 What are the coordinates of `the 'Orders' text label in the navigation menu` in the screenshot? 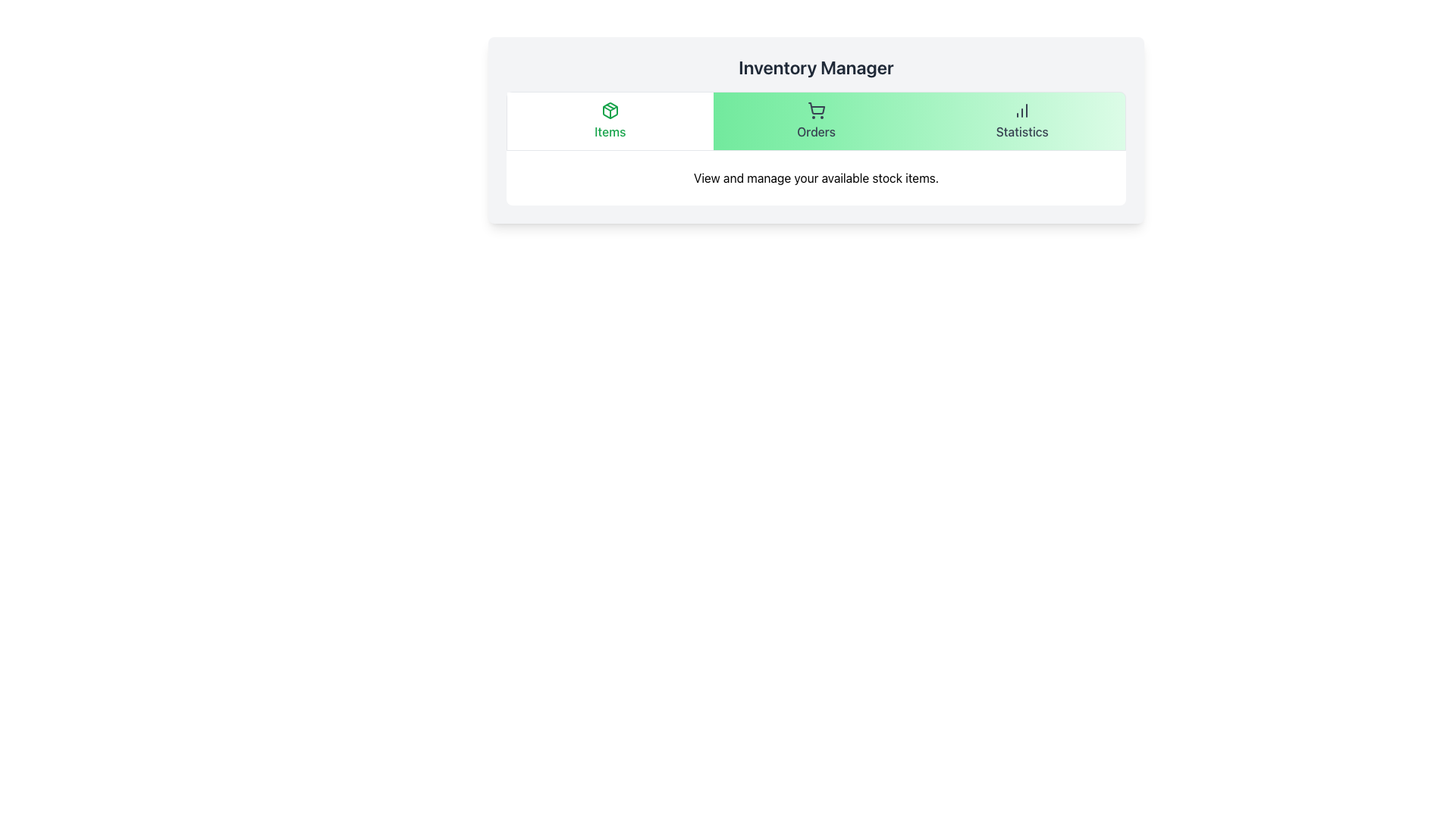 It's located at (815, 130).